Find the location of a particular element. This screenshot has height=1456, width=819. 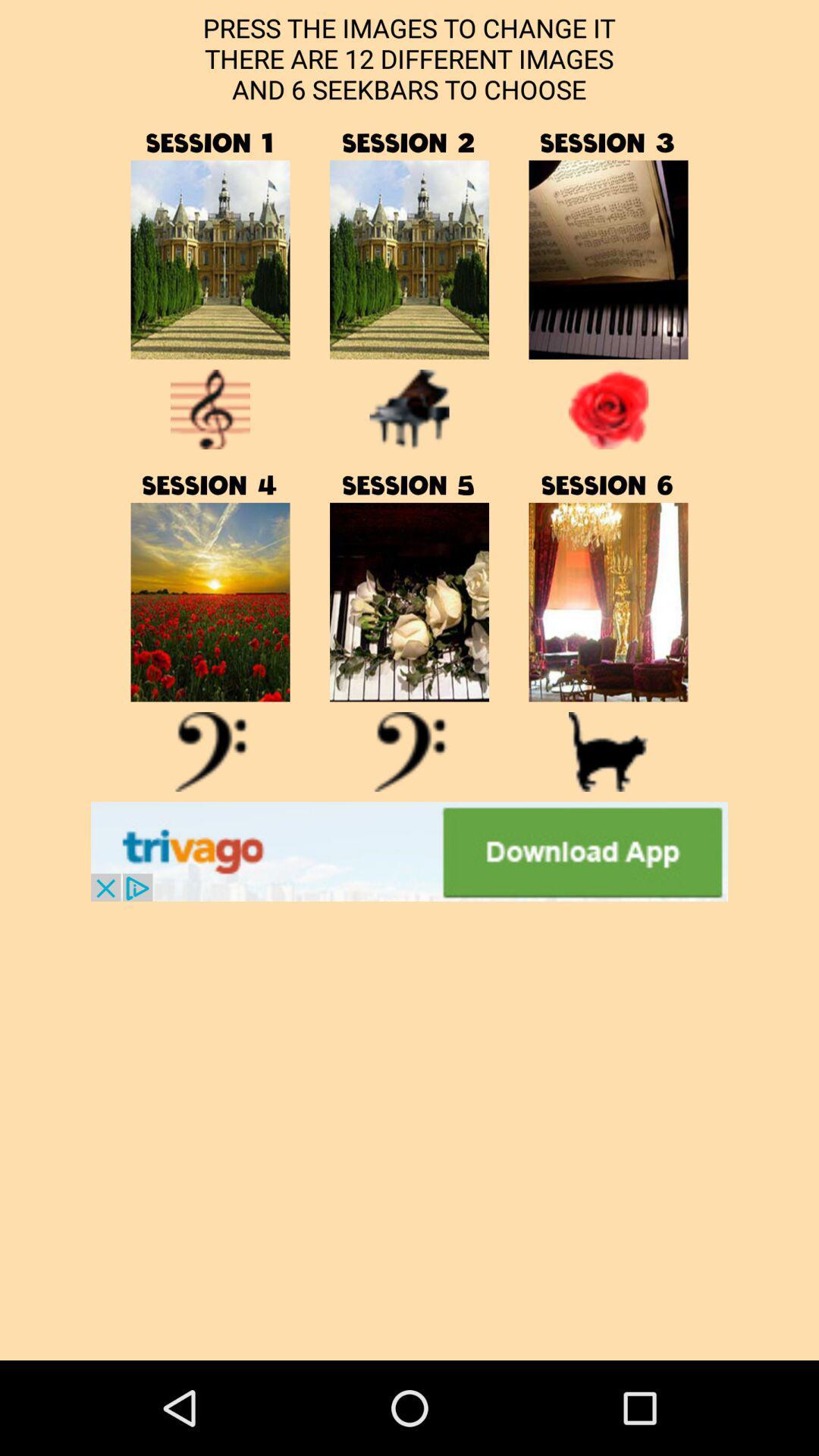

music selection image is located at coordinates (607, 601).